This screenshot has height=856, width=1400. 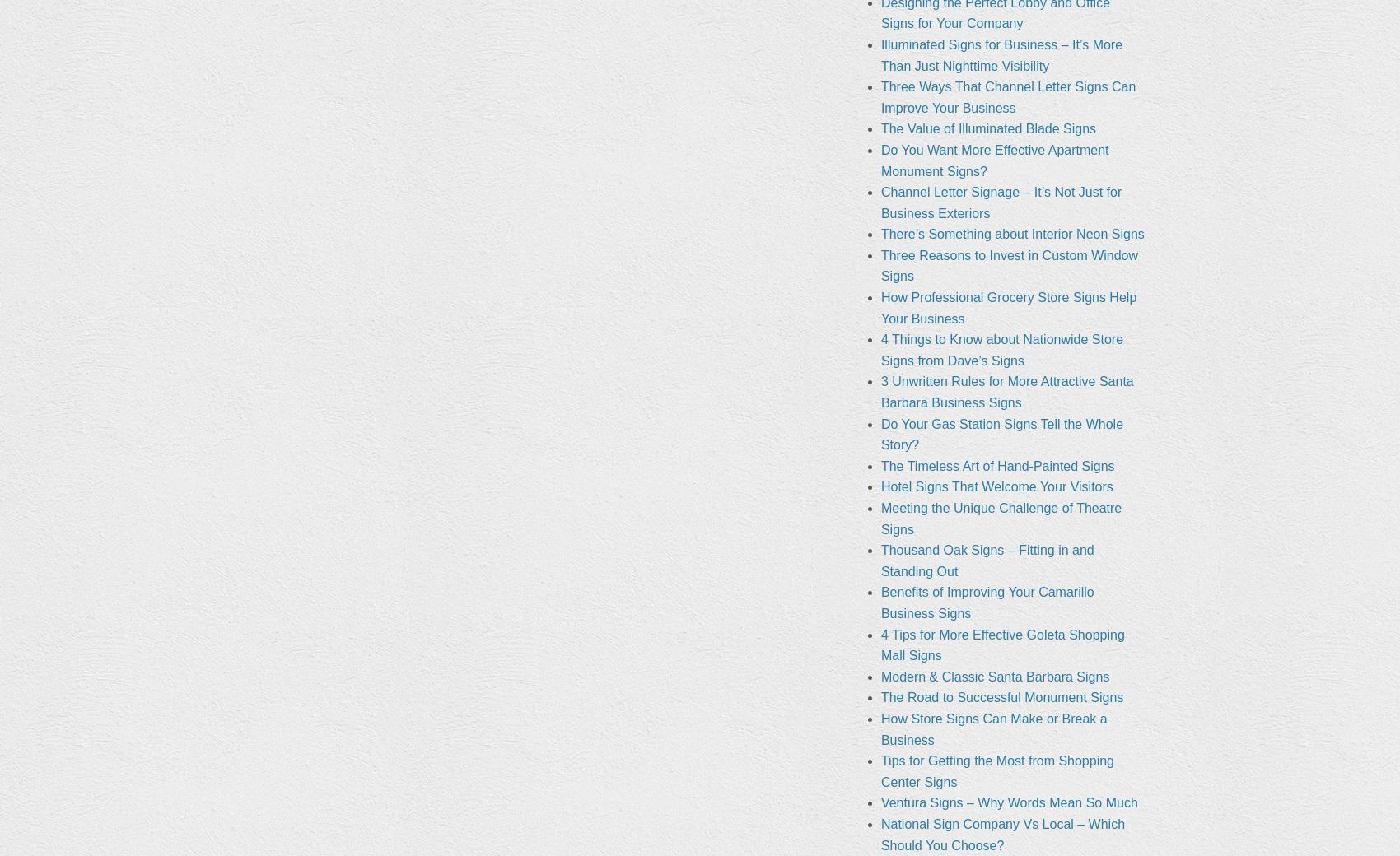 What do you see at coordinates (880, 728) in the screenshot?
I see `'How Store Signs Can Make or Break a Business'` at bounding box center [880, 728].